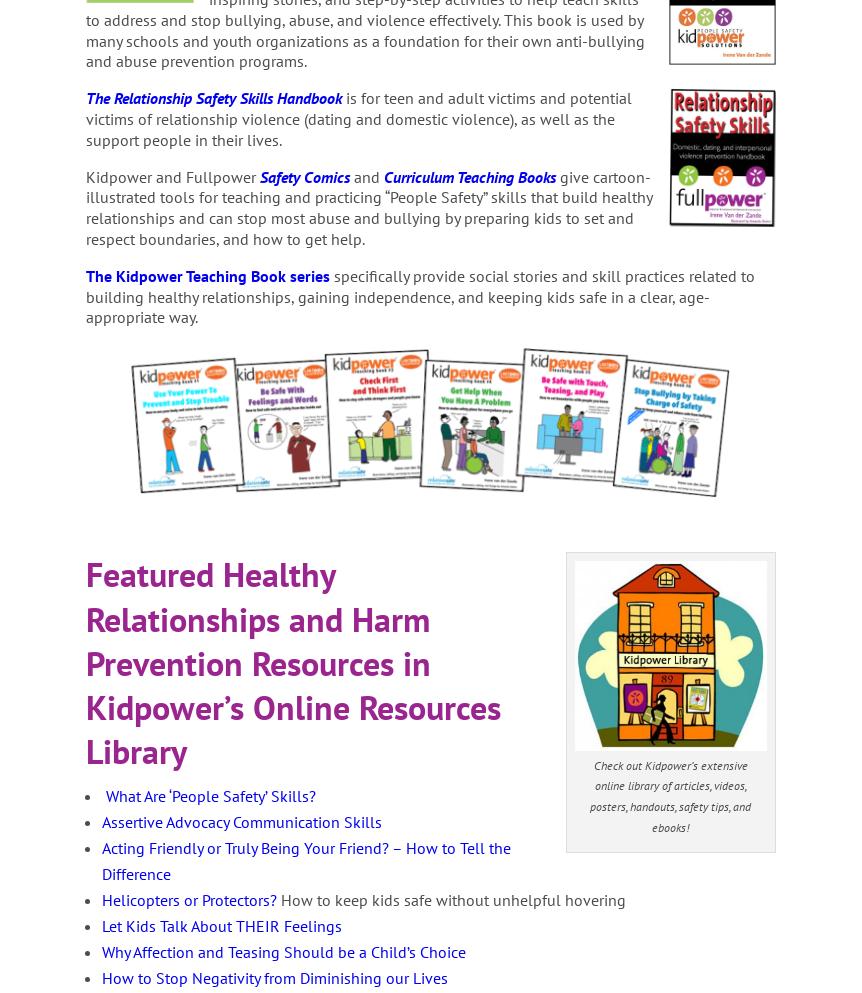 The width and height of the screenshot is (862, 993). I want to click on 'Helicopters or Protectors?', so click(189, 899).